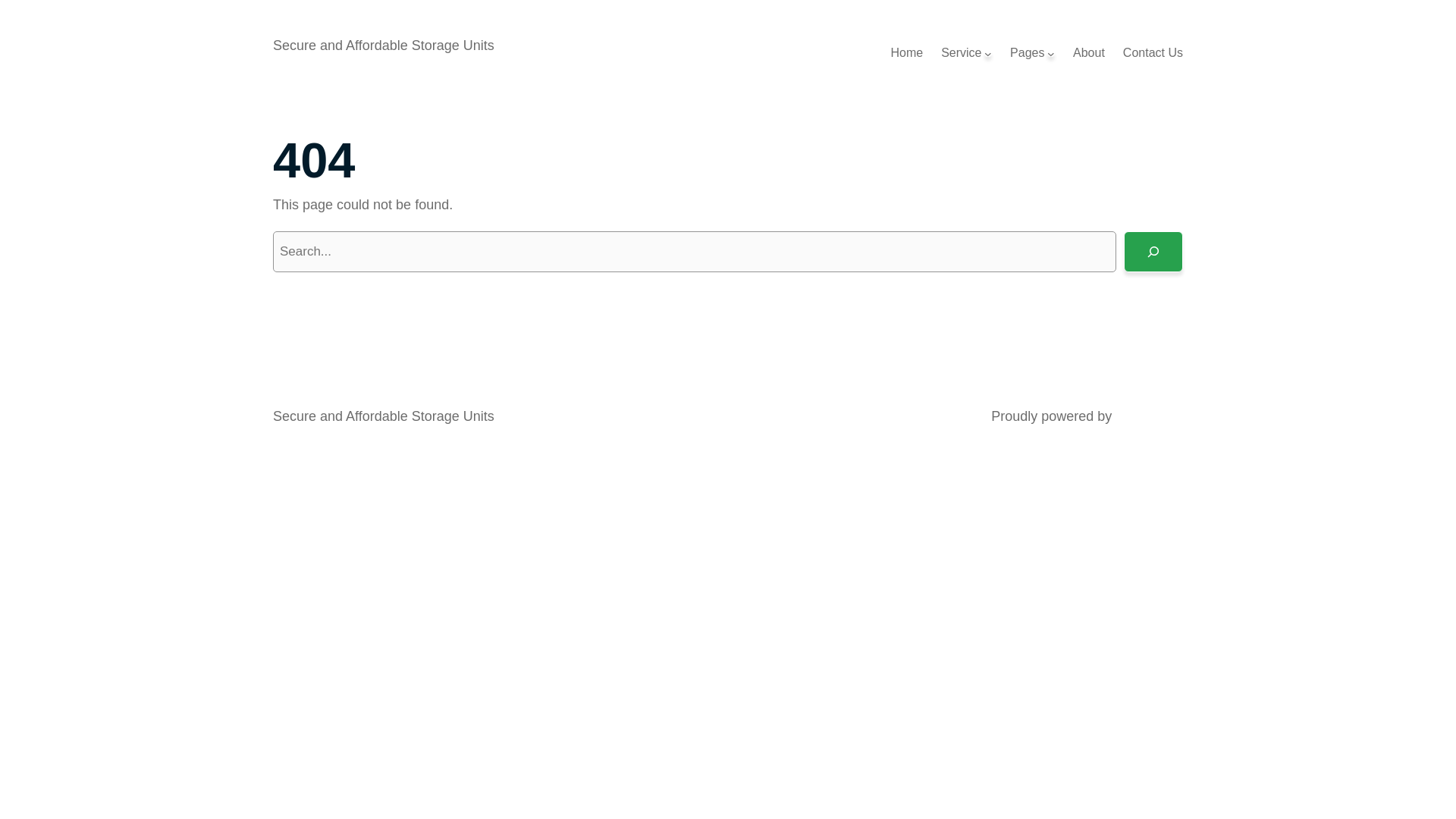 This screenshot has width=1456, height=819. I want to click on 'Secure and Affordable Storage Units', so click(383, 416).